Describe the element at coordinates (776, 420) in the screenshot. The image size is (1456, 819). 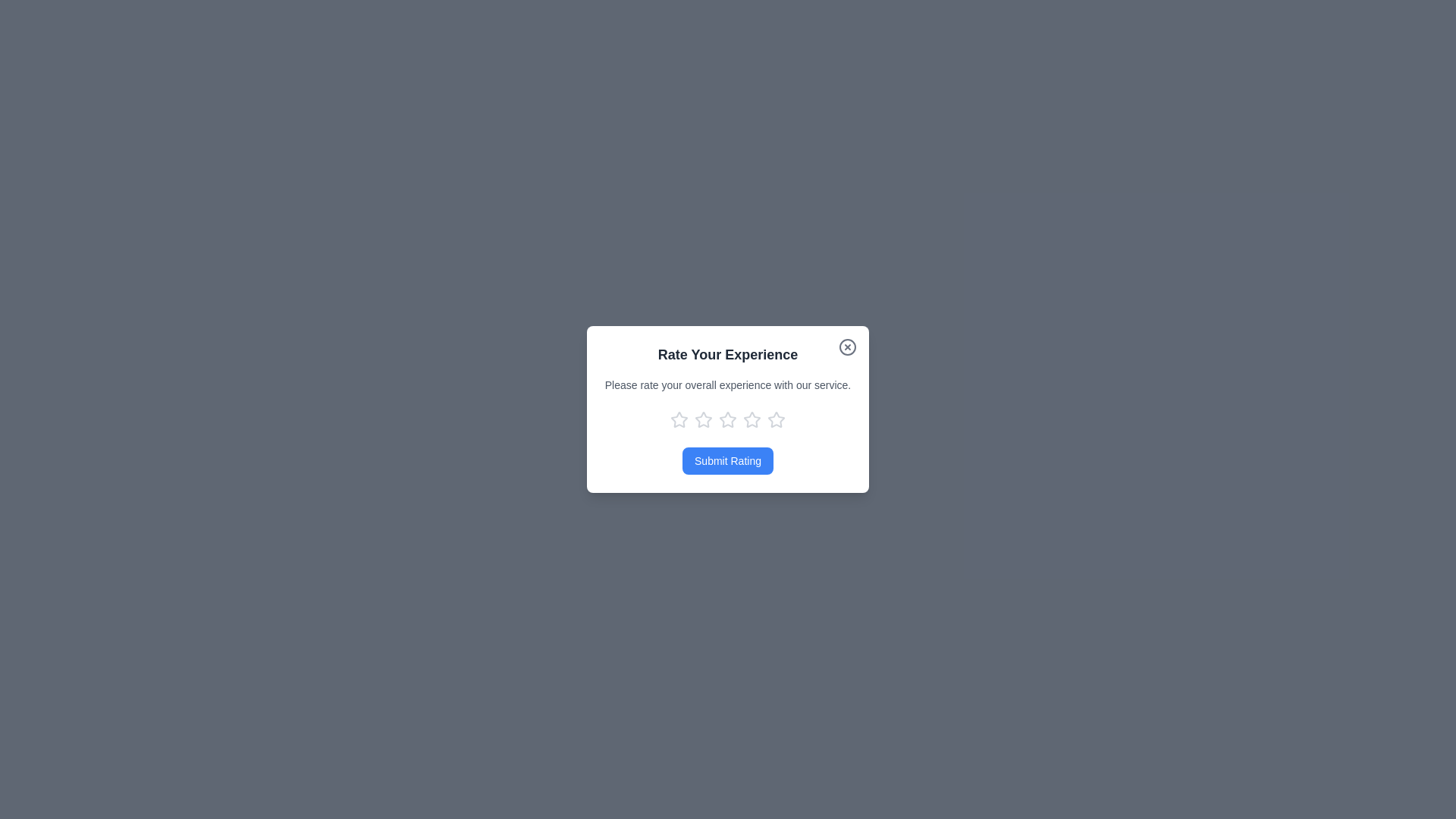
I see `the star corresponding to the rating 5 to provide a rating` at that location.